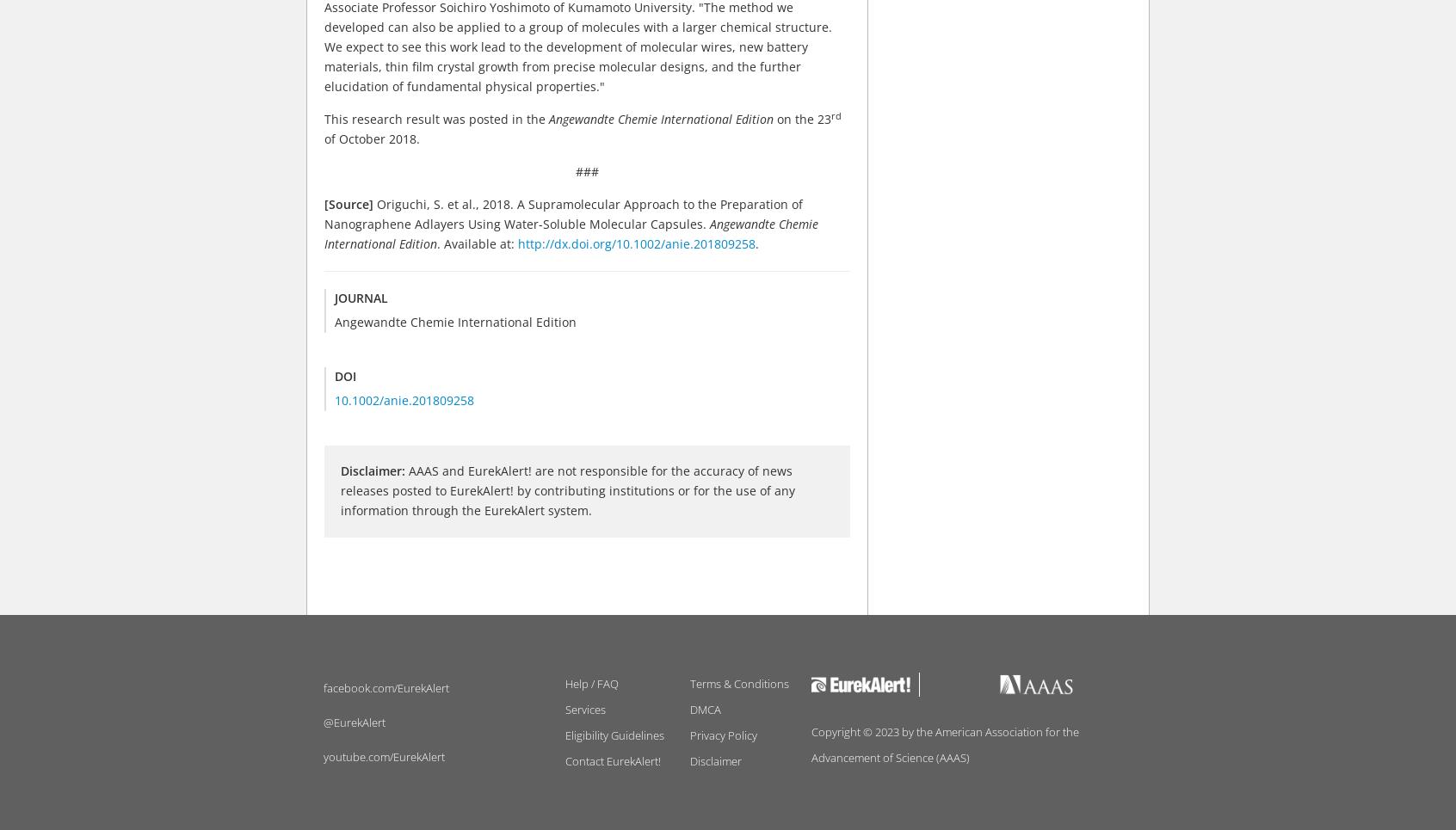  Describe the element at coordinates (345, 377) in the screenshot. I see `'DOI'` at that location.